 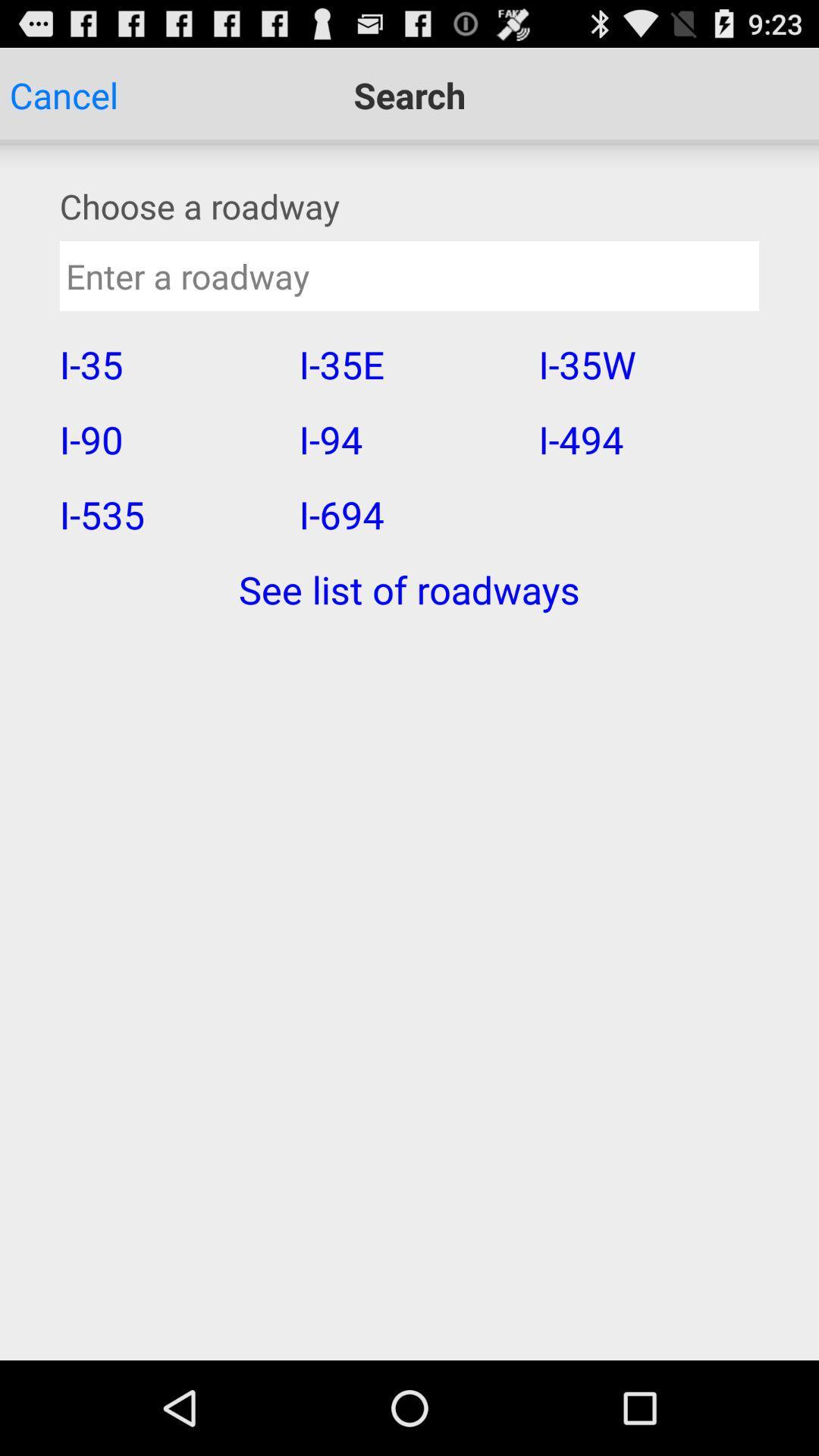 I want to click on the cancel item, so click(x=63, y=94).